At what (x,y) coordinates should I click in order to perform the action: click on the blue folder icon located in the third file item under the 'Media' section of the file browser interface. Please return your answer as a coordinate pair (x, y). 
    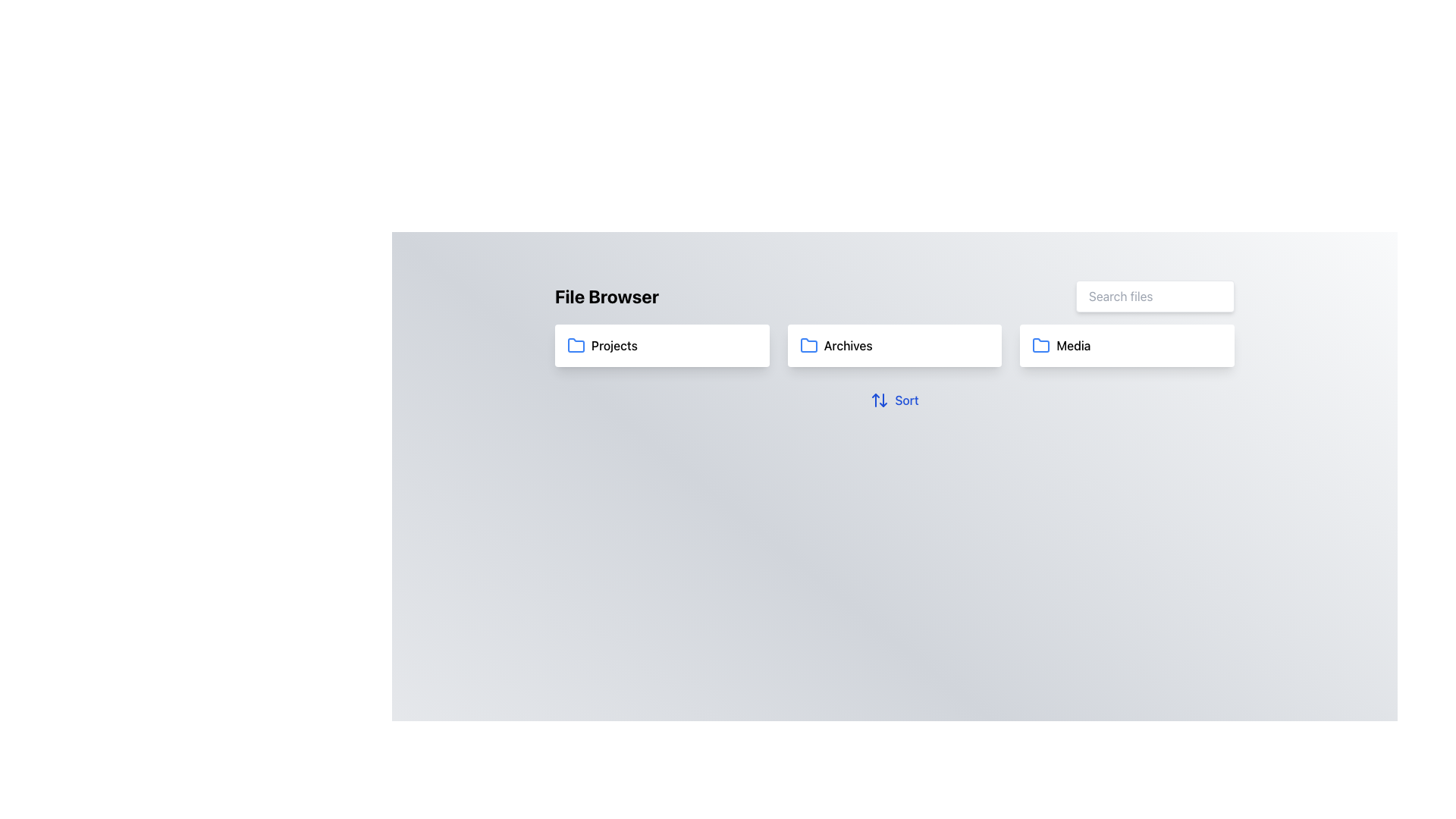
    Looking at the image, I should click on (1040, 345).